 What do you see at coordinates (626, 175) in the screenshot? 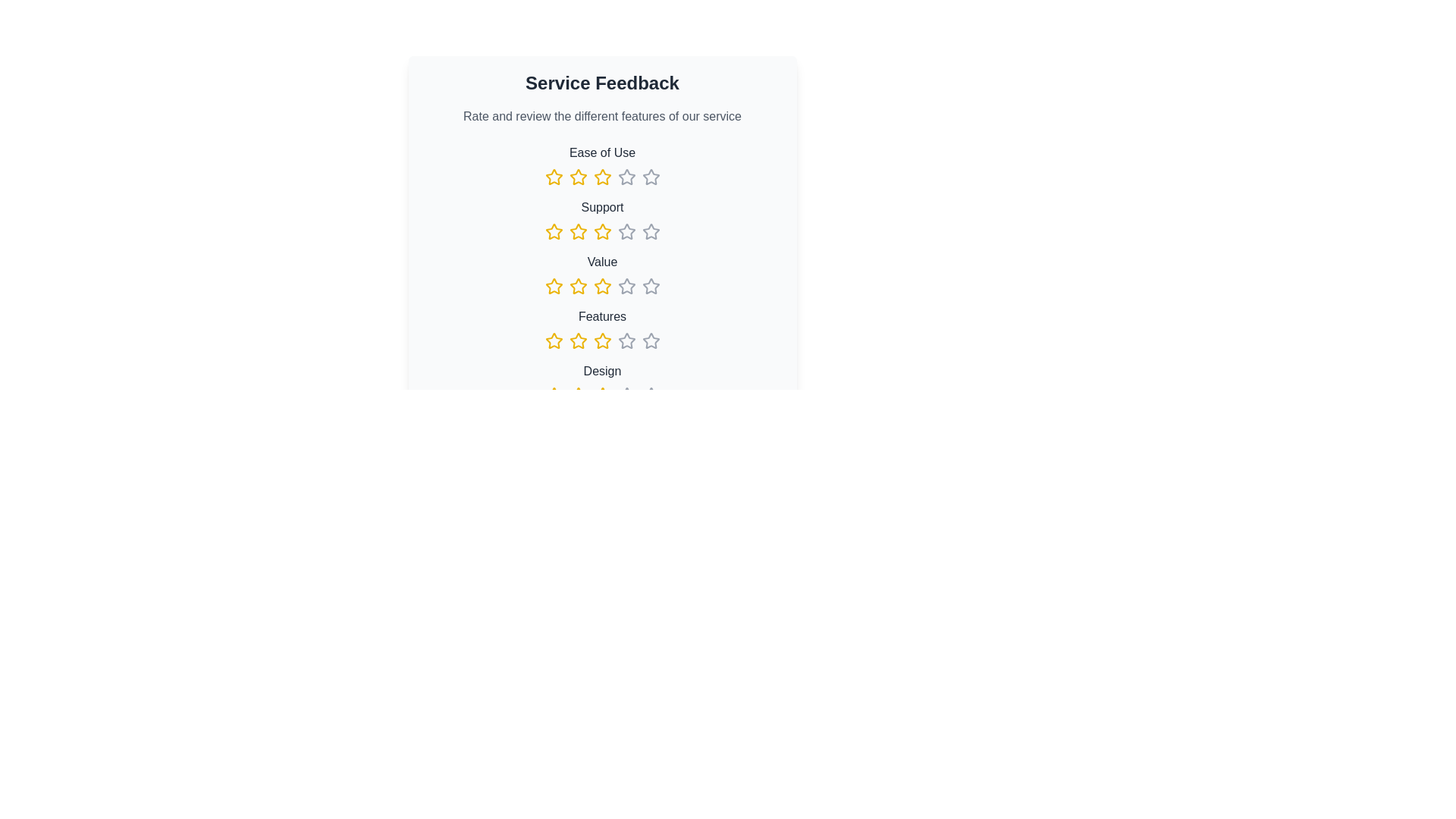
I see `the fourth star icon` at bounding box center [626, 175].